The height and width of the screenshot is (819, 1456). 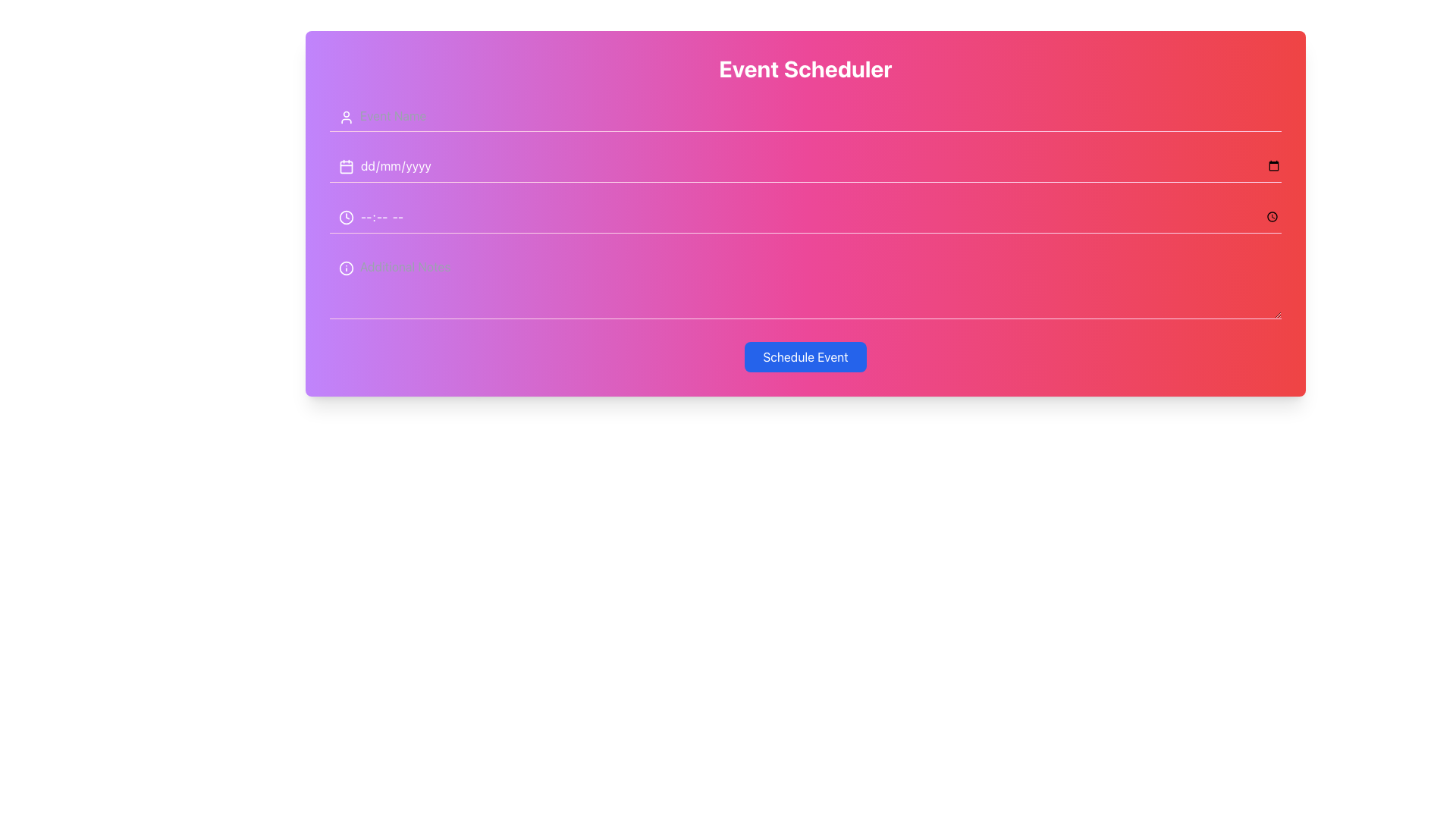 I want to click on the icon that displays additional information related to the 'Additional Notes' field, located to the left of the 'Additional Notes' text field, so click(x=345, y=268).